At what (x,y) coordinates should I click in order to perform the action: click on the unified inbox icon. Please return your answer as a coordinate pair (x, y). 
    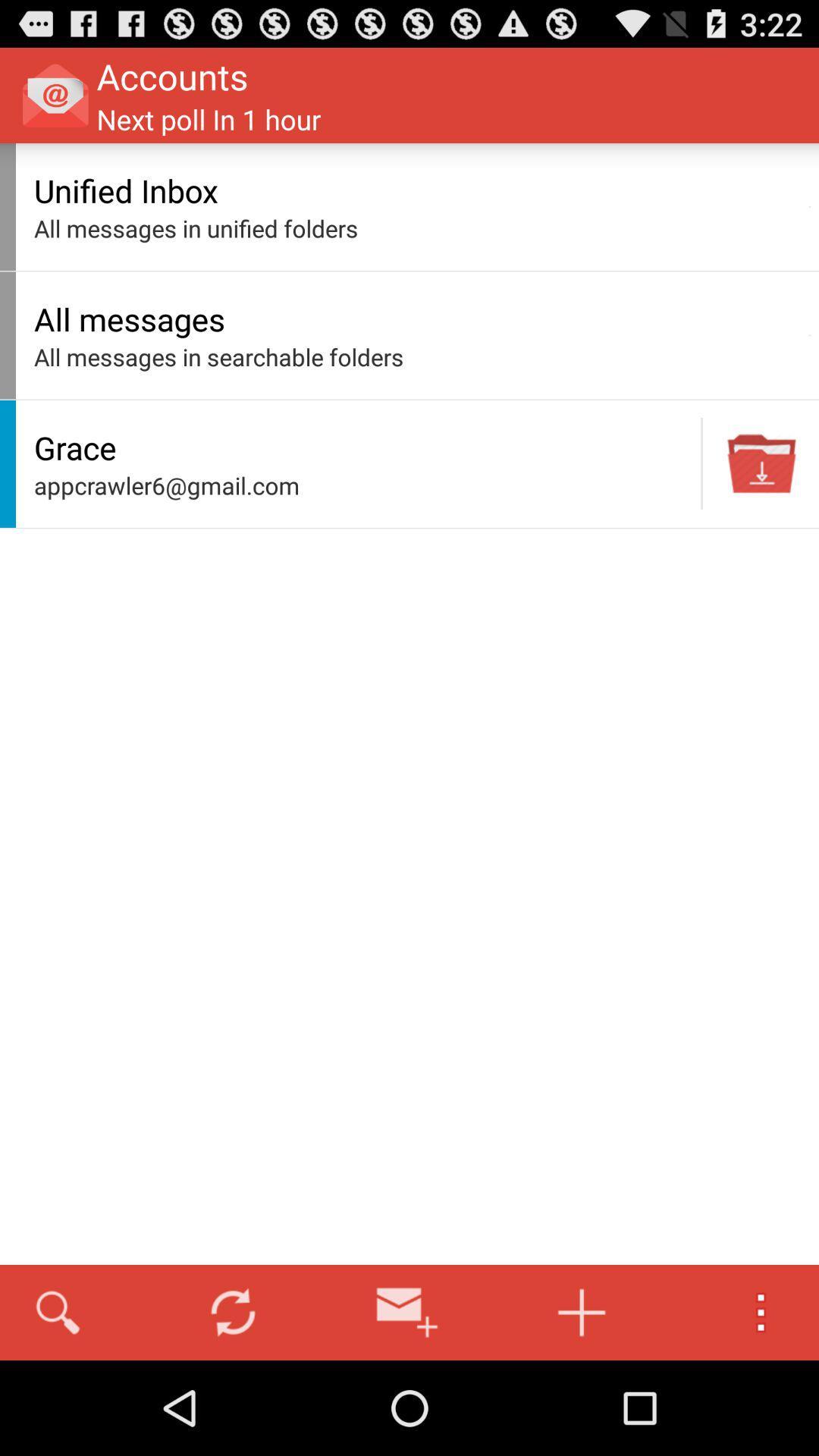
    Looking at the image, I should click on (417, 190).